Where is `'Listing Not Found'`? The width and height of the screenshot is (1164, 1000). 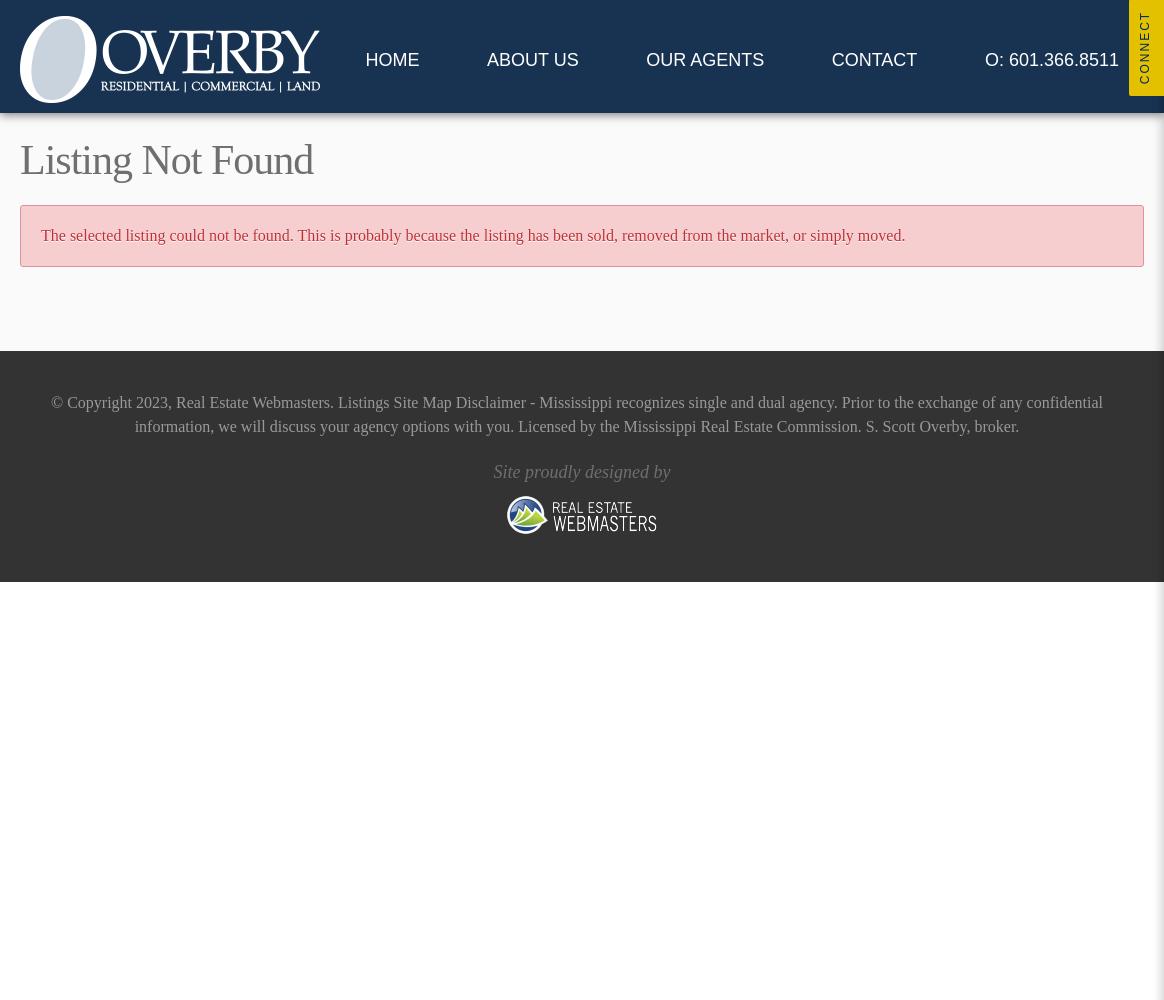 'Listing Not Found' is located at coordinates (20, 160).